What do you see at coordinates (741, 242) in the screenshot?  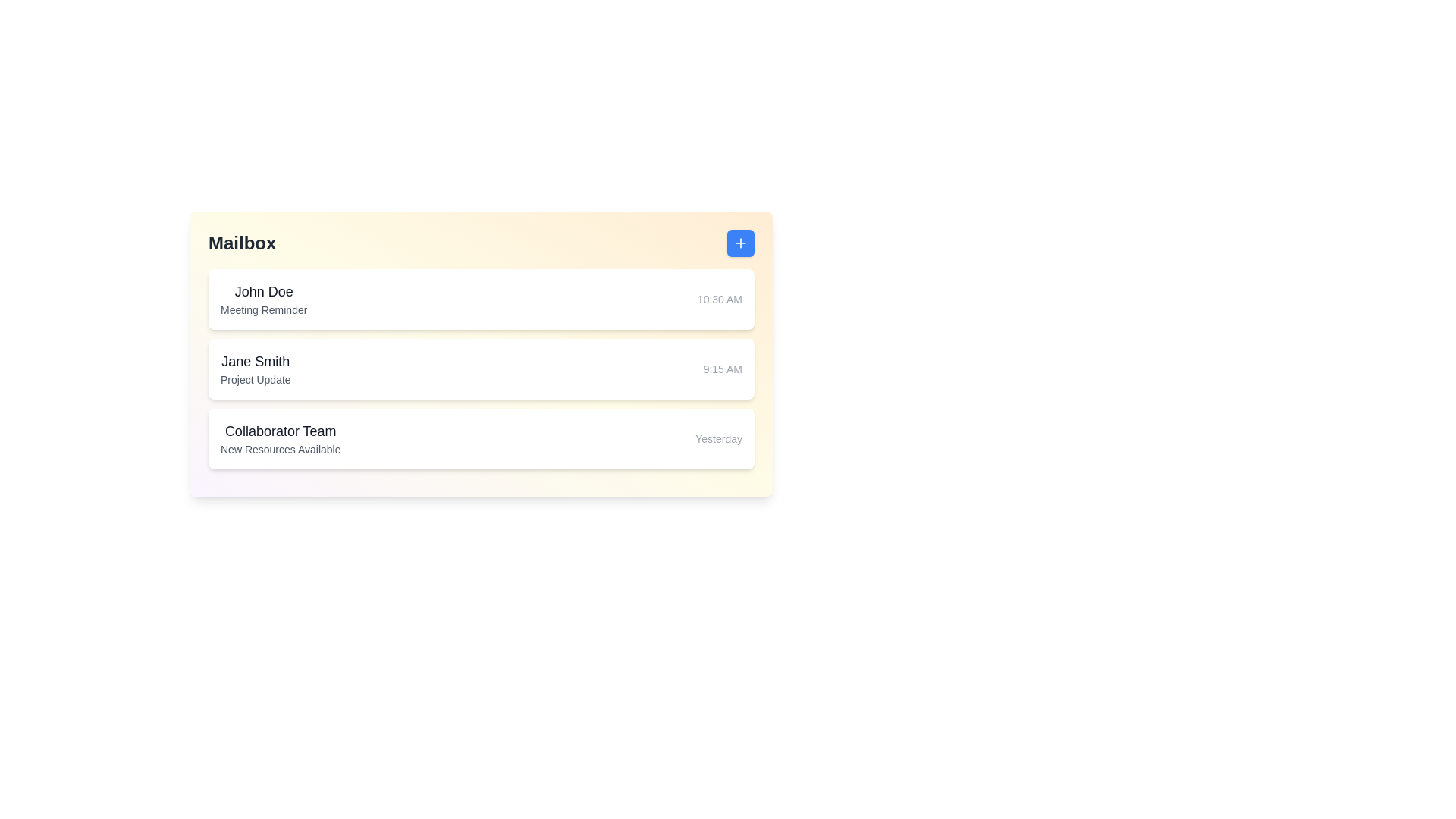 I see `'Add' button to create a new mail item` at bounding box center [741, 242].